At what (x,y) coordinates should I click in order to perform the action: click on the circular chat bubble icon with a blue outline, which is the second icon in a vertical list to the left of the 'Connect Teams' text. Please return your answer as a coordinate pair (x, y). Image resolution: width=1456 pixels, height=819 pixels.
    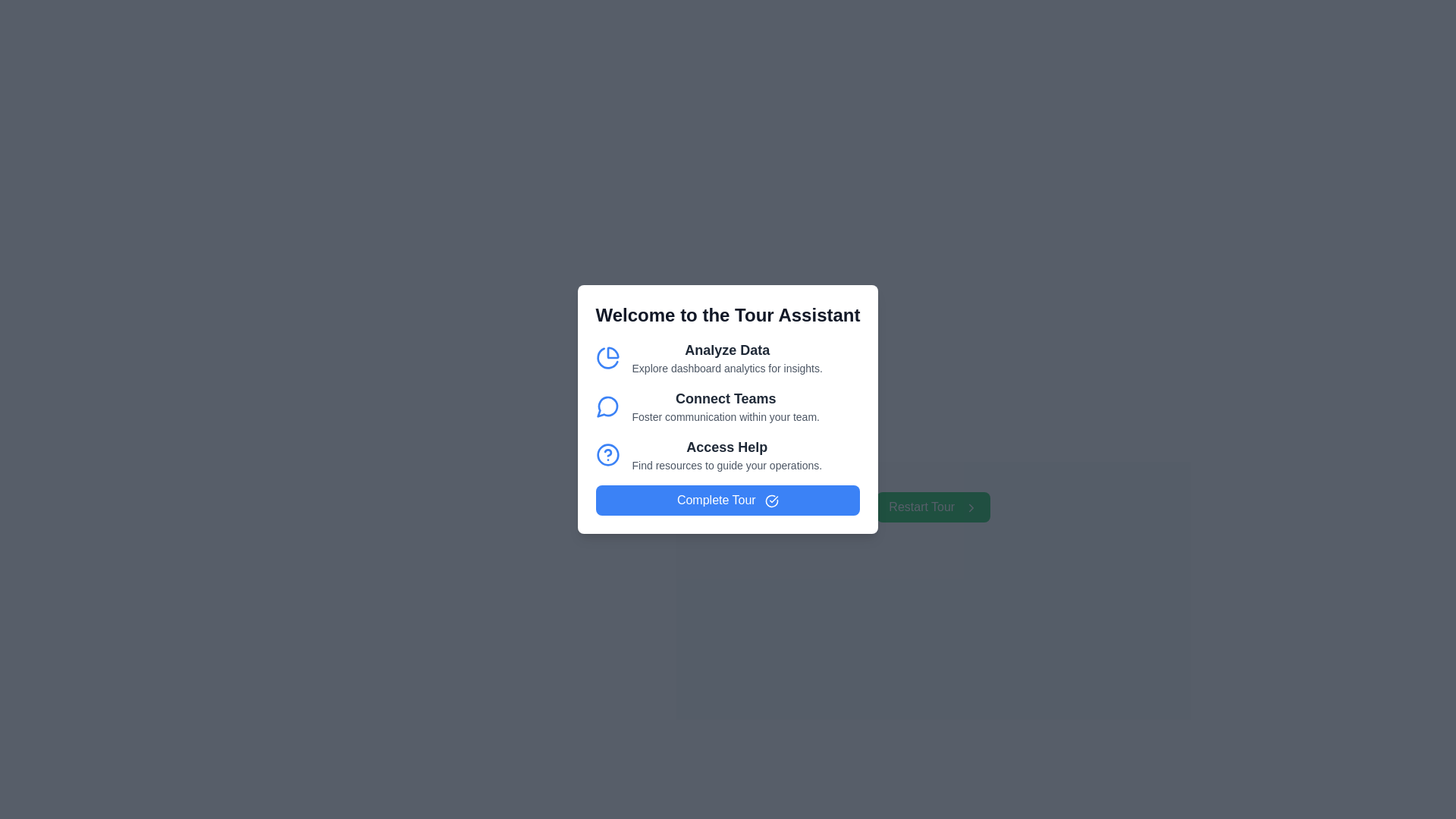
    Looking at the image, I should click on (607, 406).